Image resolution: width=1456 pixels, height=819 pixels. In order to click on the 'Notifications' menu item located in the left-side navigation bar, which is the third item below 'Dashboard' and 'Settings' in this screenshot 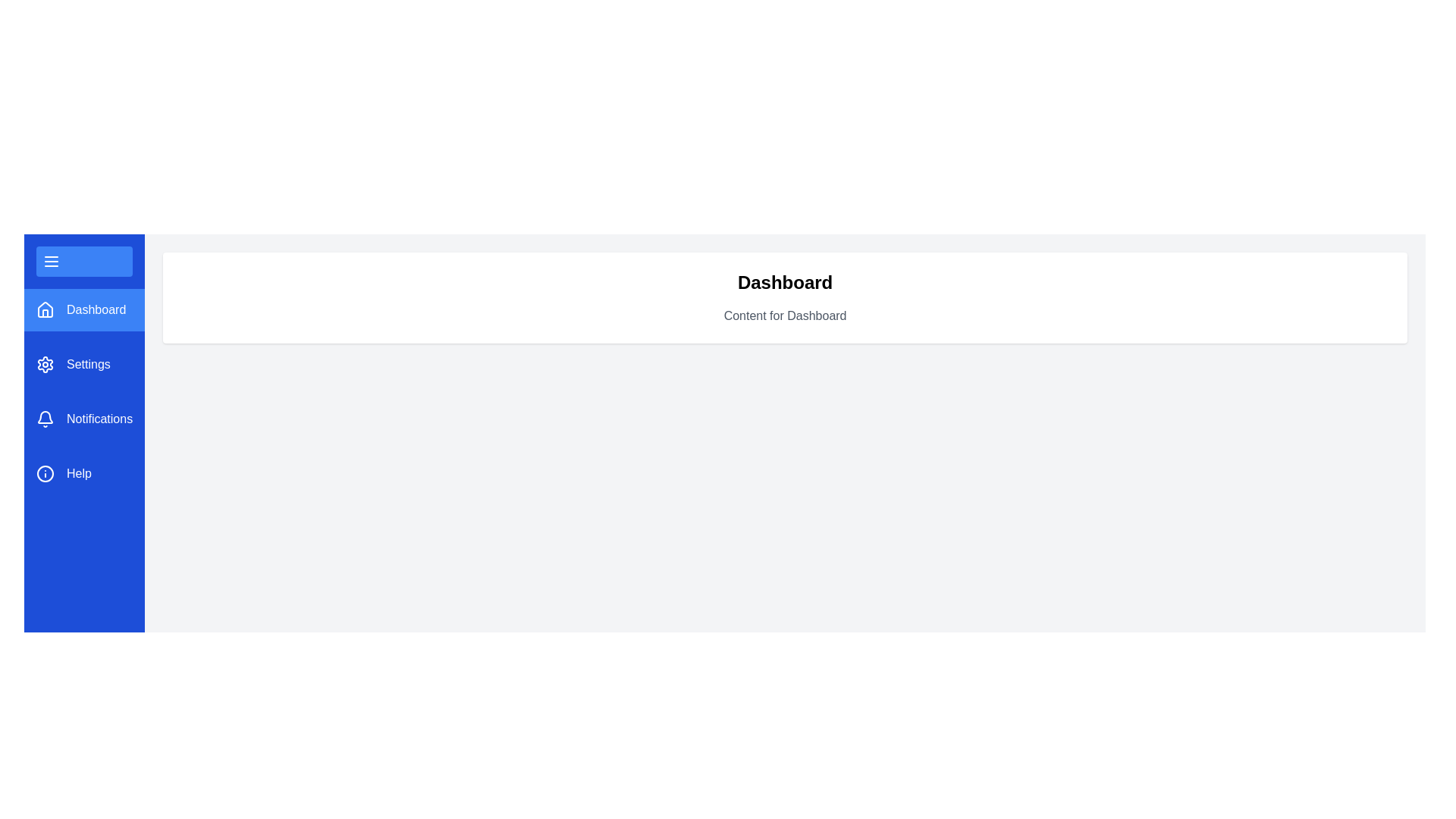, I will do `click(83, 419)`.